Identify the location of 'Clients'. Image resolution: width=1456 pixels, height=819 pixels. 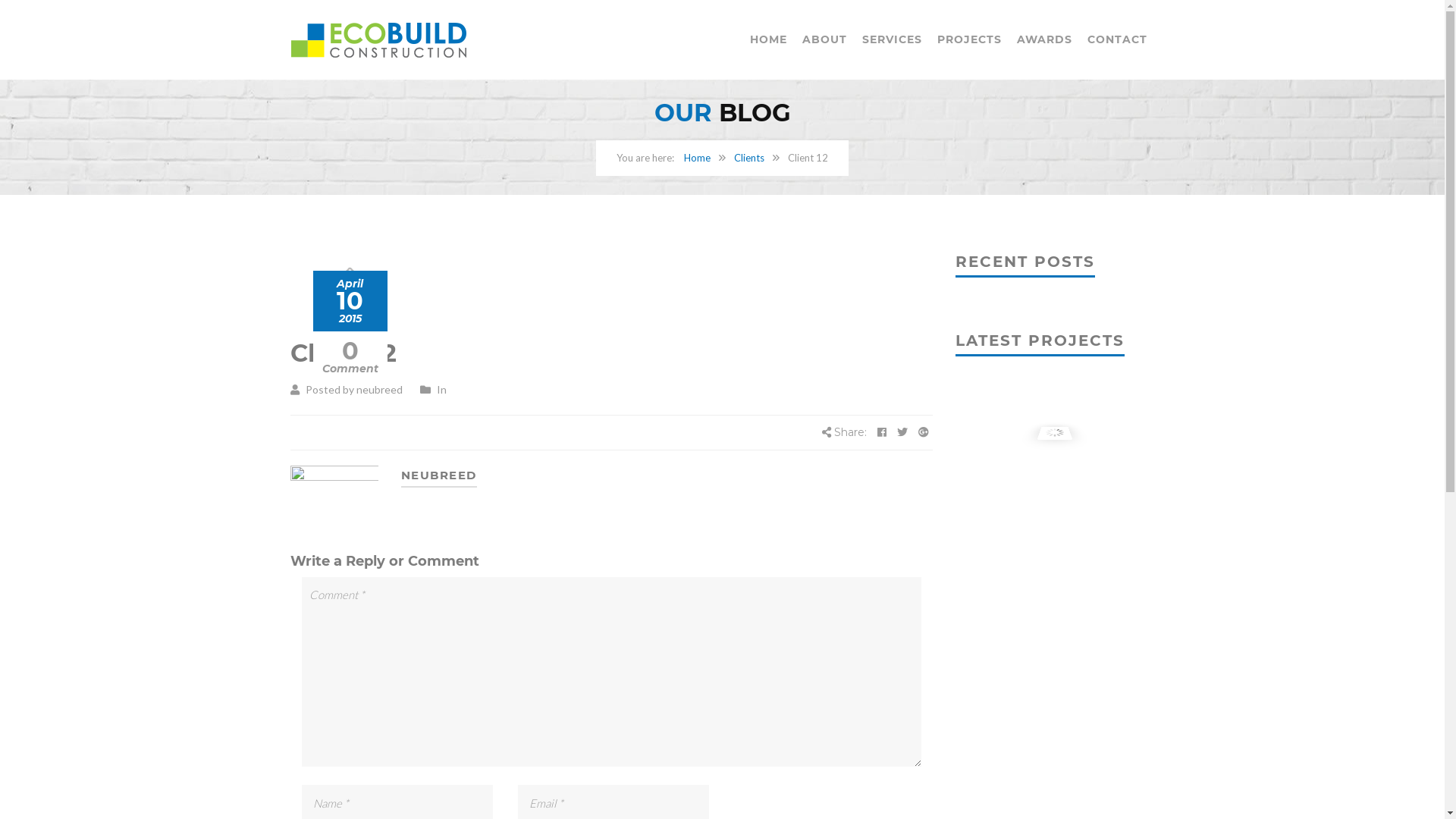
(749, 158).